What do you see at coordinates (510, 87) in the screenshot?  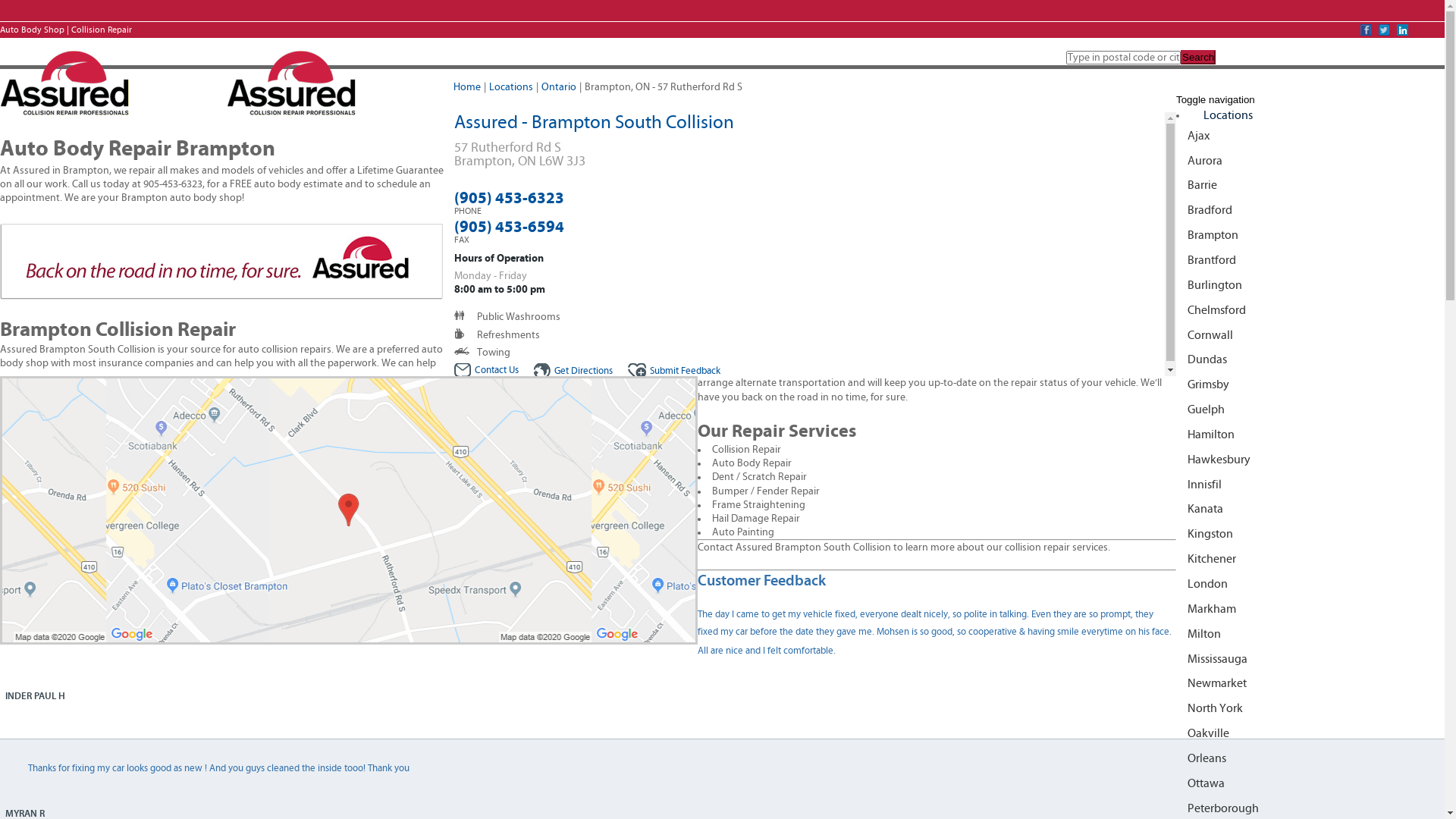 I see `'Locations'` at bounding box center [510, 87].